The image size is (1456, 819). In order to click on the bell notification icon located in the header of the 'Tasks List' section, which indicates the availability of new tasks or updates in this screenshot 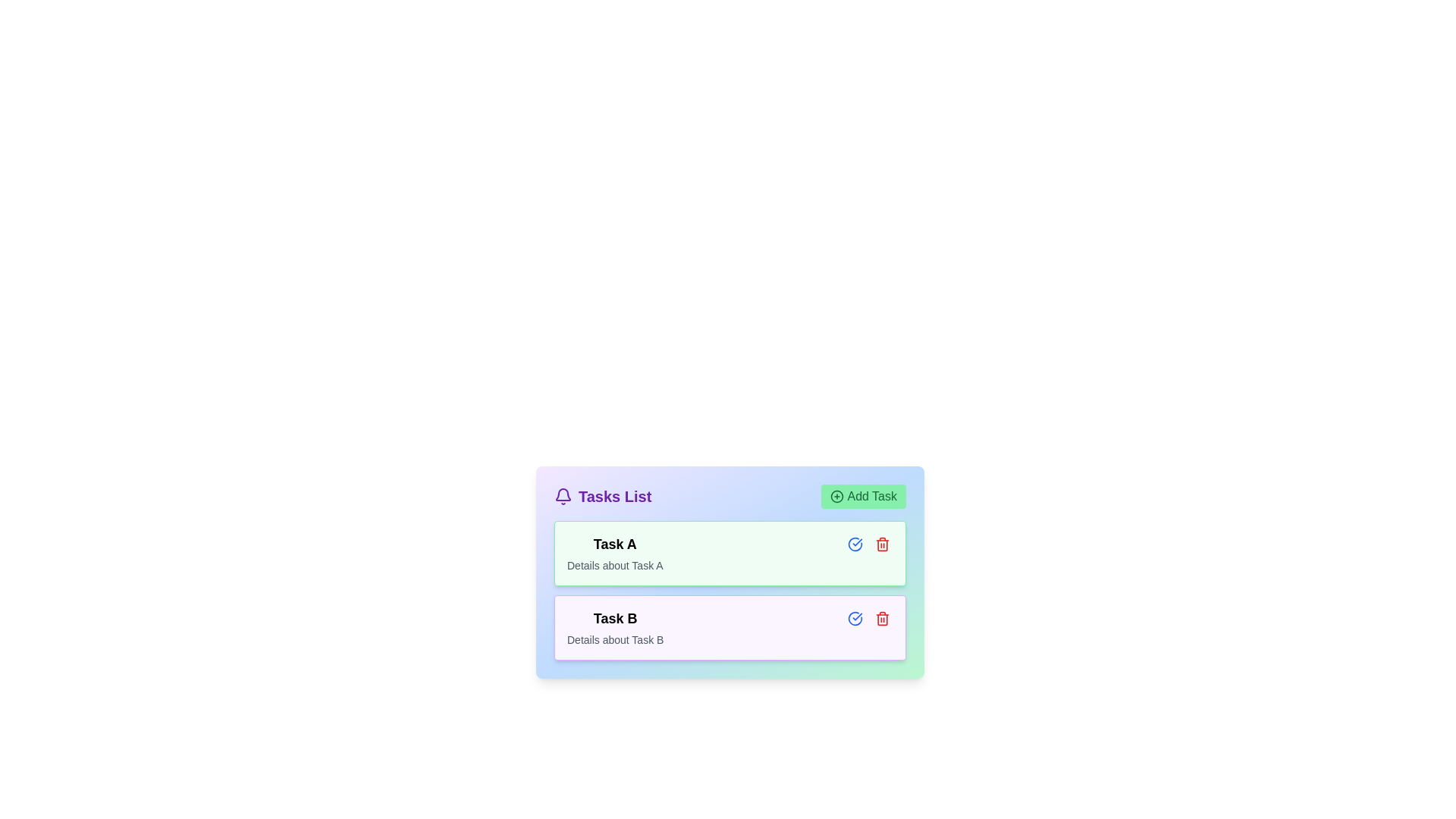, I will do `click(563, 494)`.